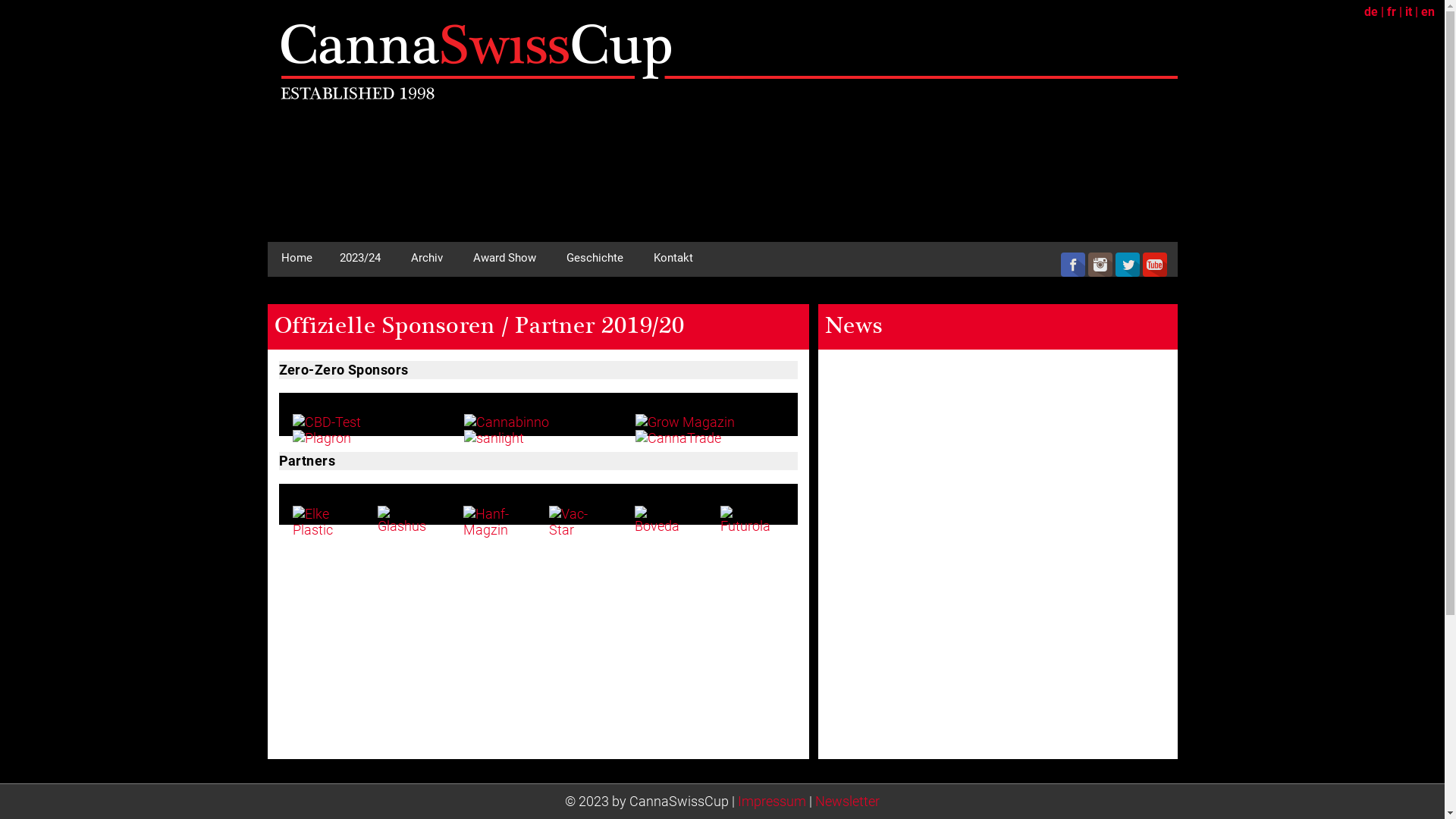  Describe the element at coordinates (634, 519) in the screenshot. I see `'Boveda'` at that location.